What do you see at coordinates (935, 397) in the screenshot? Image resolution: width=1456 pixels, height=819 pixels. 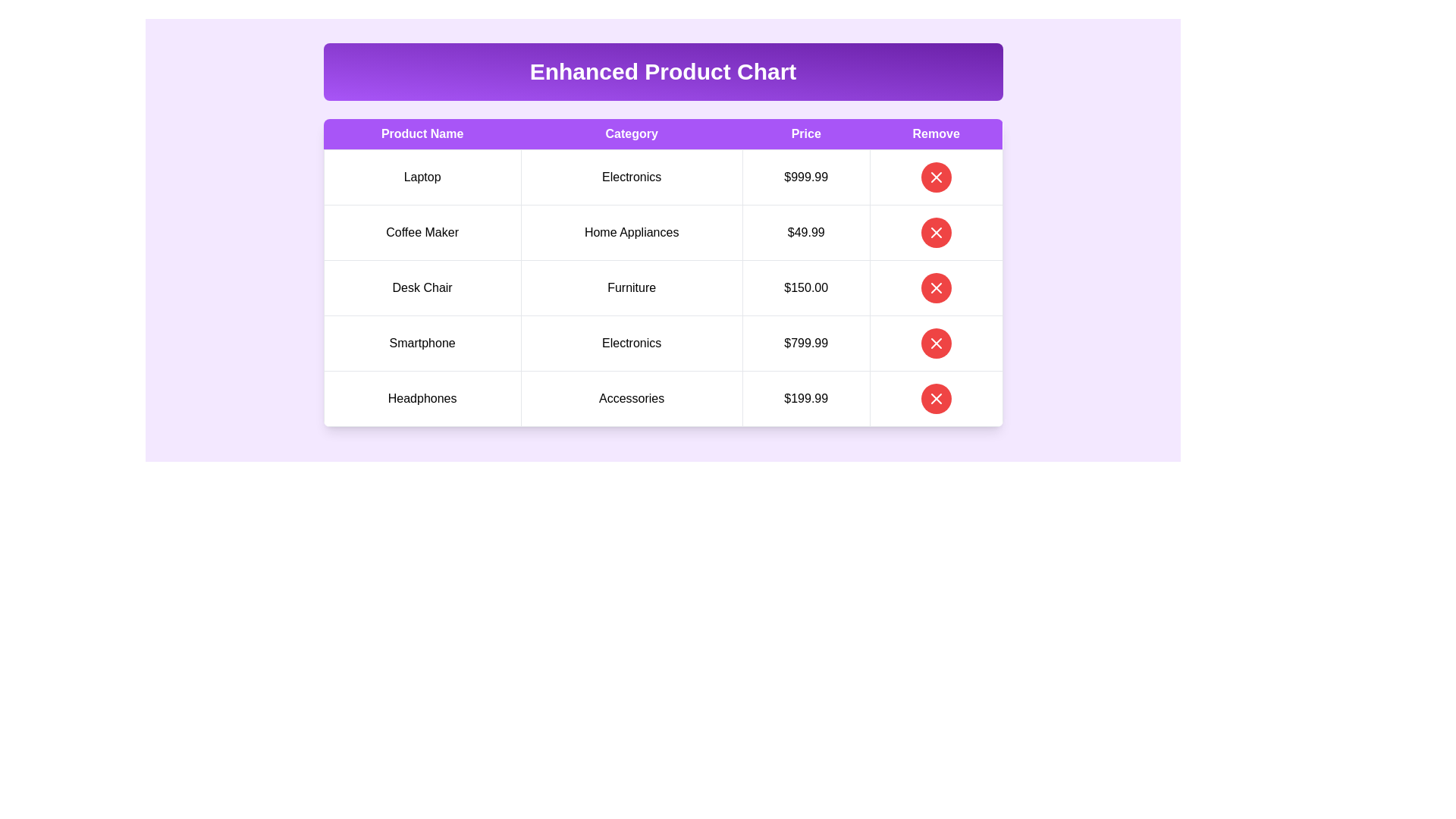 I see `the 'Remove' button associated with the 'Headphones' item in the last row of the table` at bounding box center [935, 397].